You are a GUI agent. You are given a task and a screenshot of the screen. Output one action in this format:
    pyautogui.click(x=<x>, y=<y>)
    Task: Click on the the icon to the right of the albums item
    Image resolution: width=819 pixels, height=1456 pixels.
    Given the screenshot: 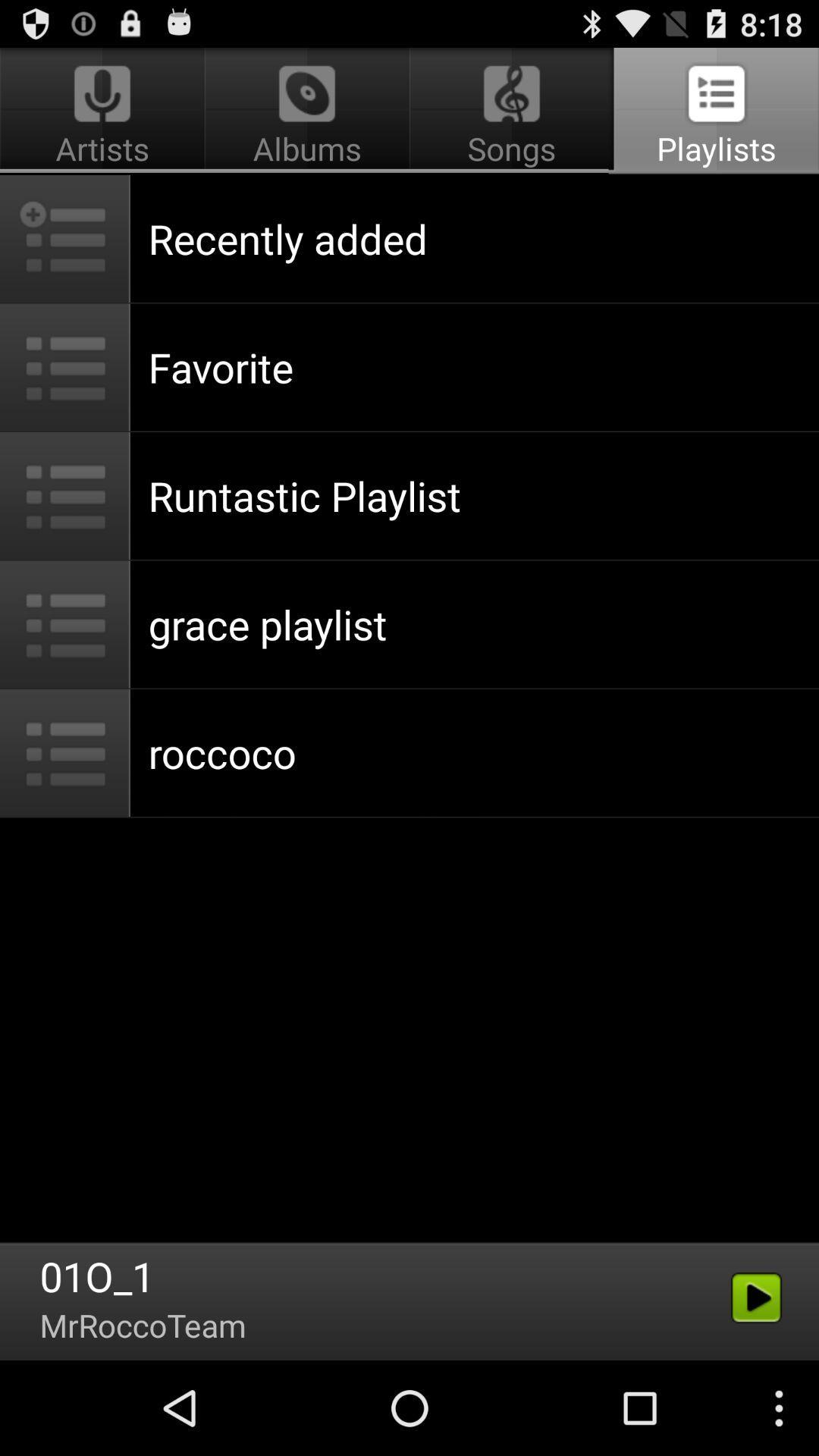 What is the action you would take?
    pyautogui.click(x=714, y=111)
    